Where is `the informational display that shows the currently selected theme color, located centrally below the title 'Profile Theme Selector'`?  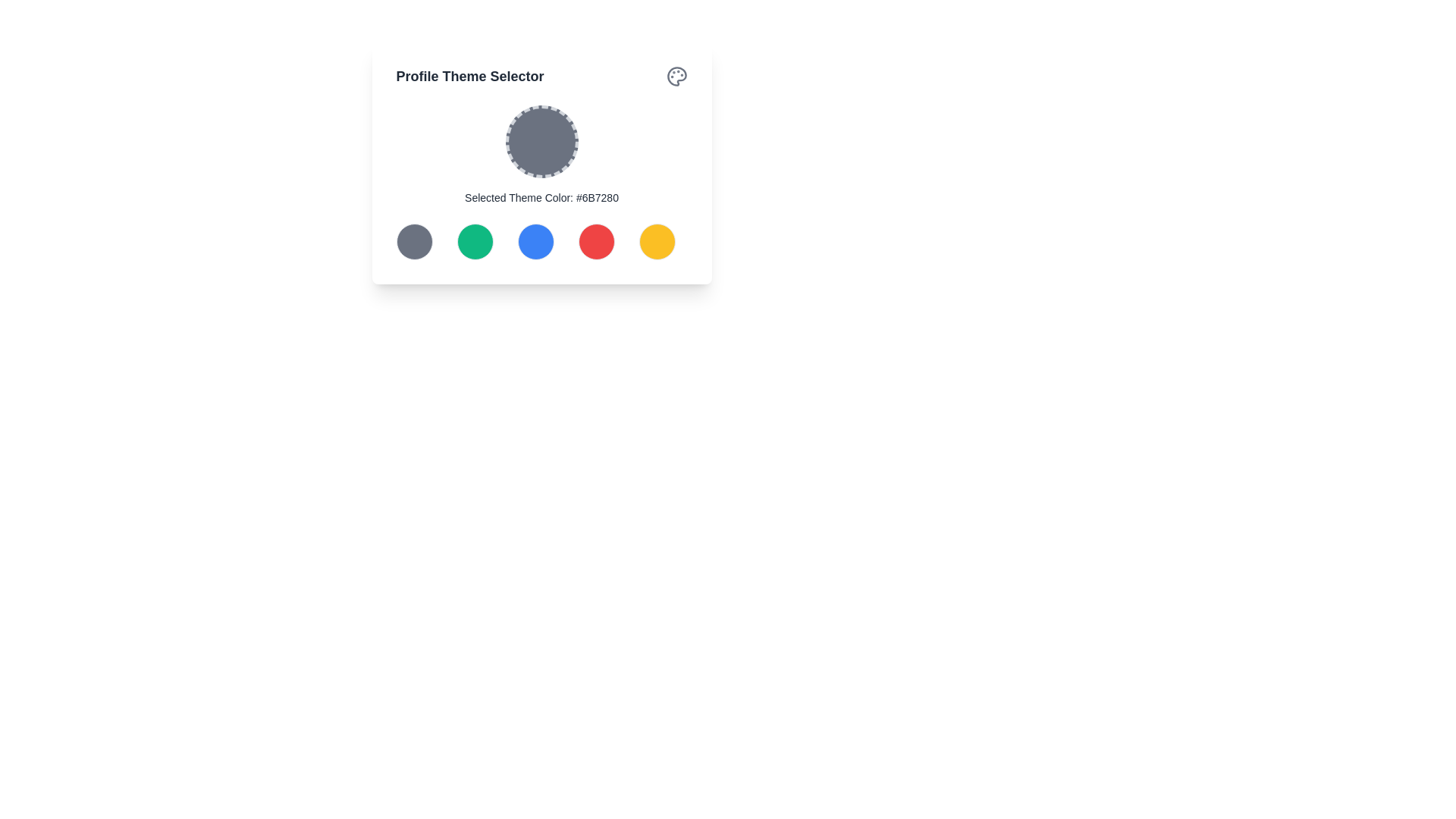 the informational display that shows the currently selected theme color, located centrally below the title 'Profile Theme Selector' is located at coordinates (541, 155).